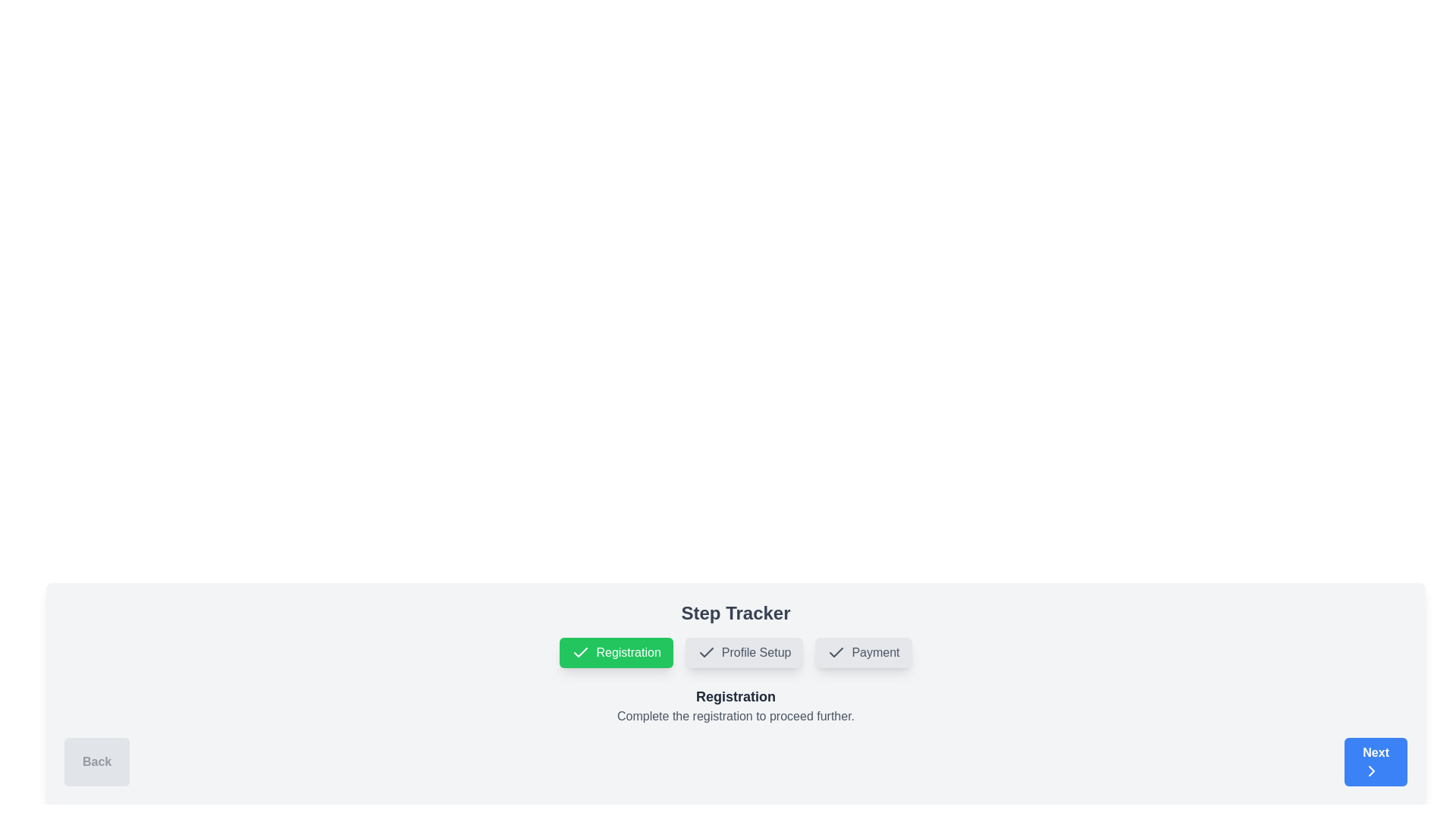 This screenshot has height=819, width=1456. Describe the element at coordinates (629, 651) in the screenshot. I see `the 'Registration' text label, which is displayed in white on a green background, centered within its bounding area, and located inside a button-like element with rounded corners` at that location.